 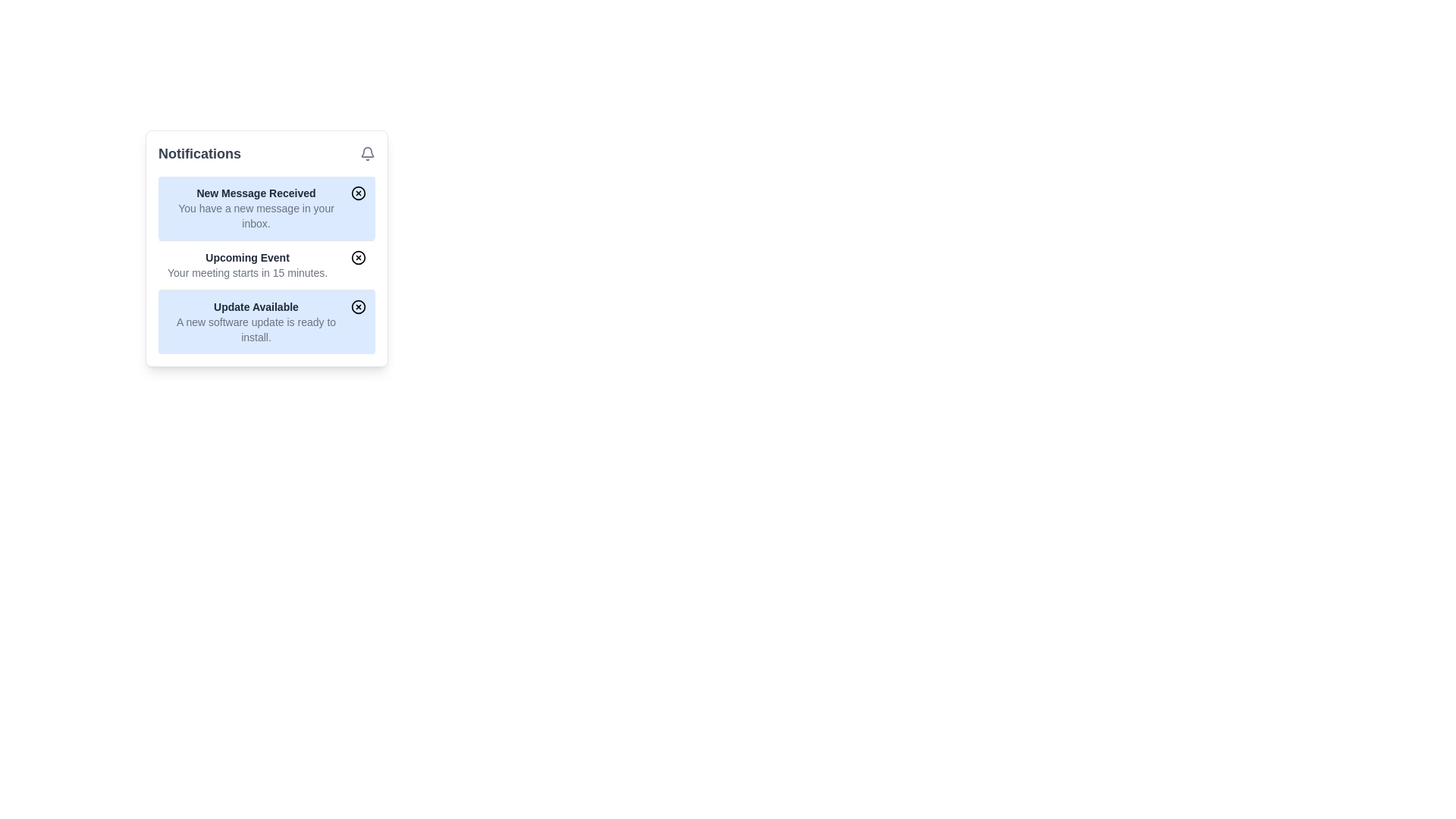 I want to click on the Text block that provides additional context regarding the update available notification, located underneath the heading 'Update Available' within the notification group, so click(x=256, y=329).